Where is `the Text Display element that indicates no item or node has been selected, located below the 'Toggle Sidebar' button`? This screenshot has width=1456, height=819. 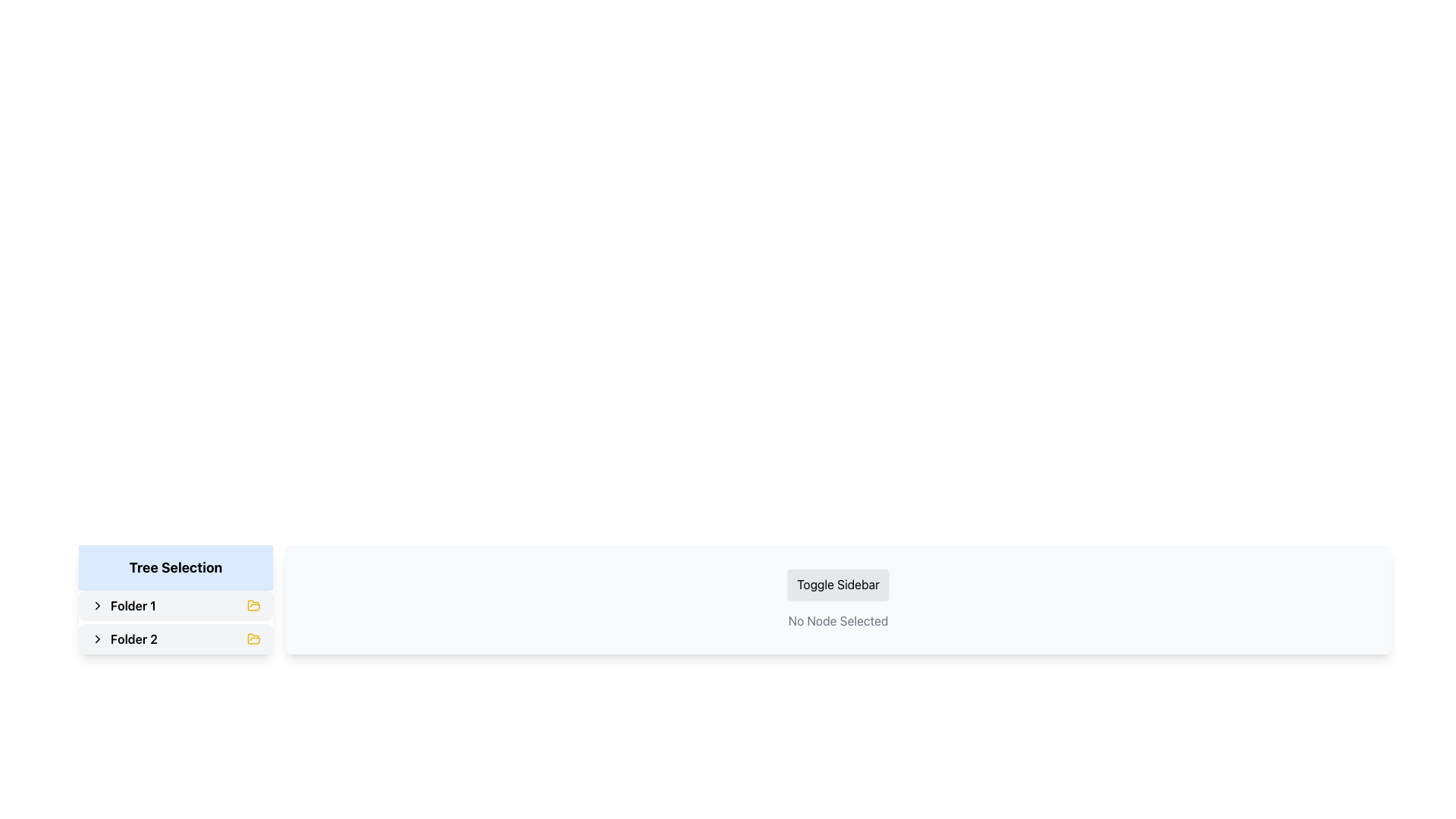
the Text Display element that indicates no item or node has been selected, located below the 'Toggle Sidebar' button is located at coordinates (837, 620).